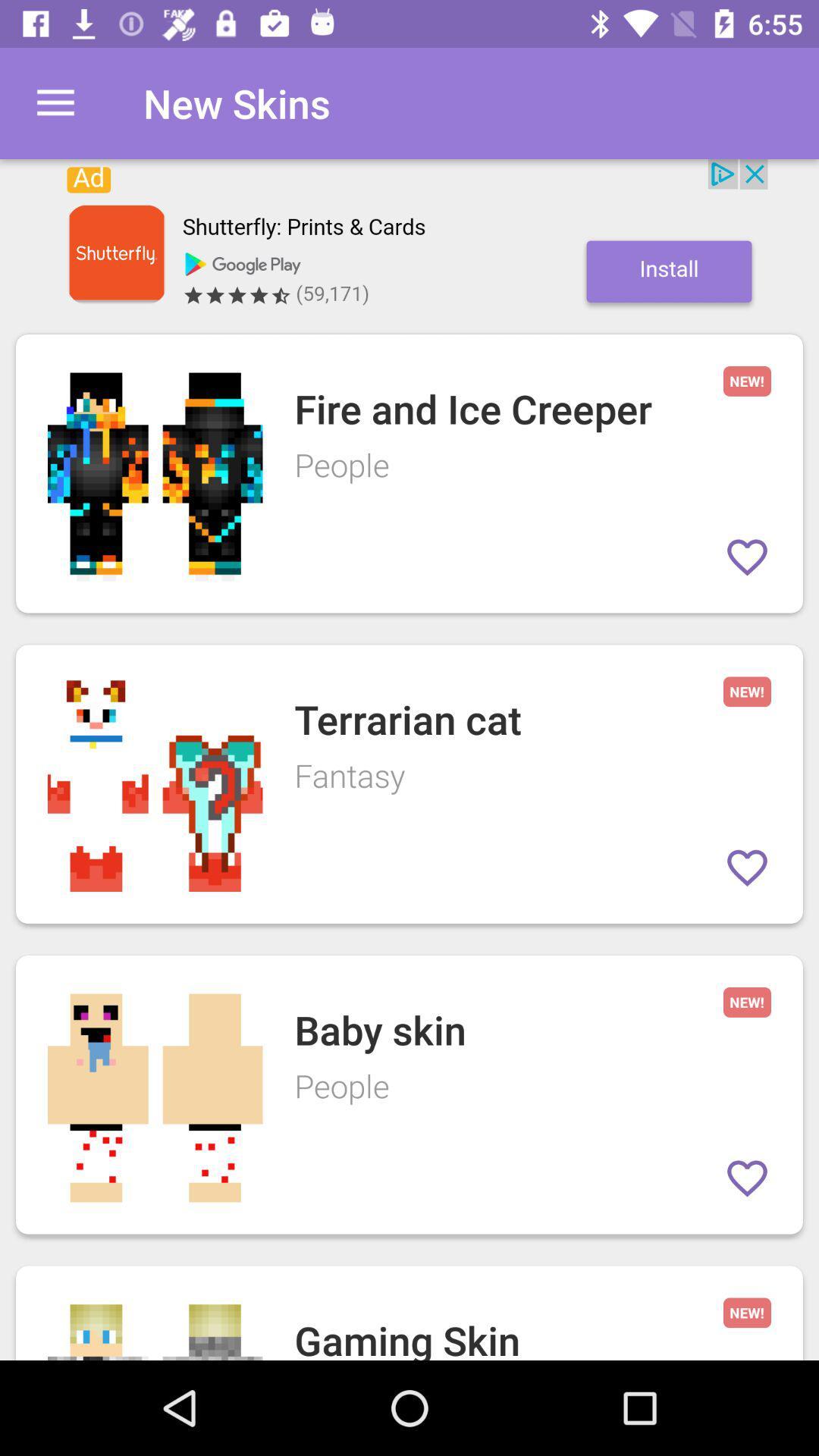 The height and width of the screenshot is (1456, 819). What do you see at coordinates (746, 868) in the screenshot?
I see `love this item` at bounding box center [746, 868].